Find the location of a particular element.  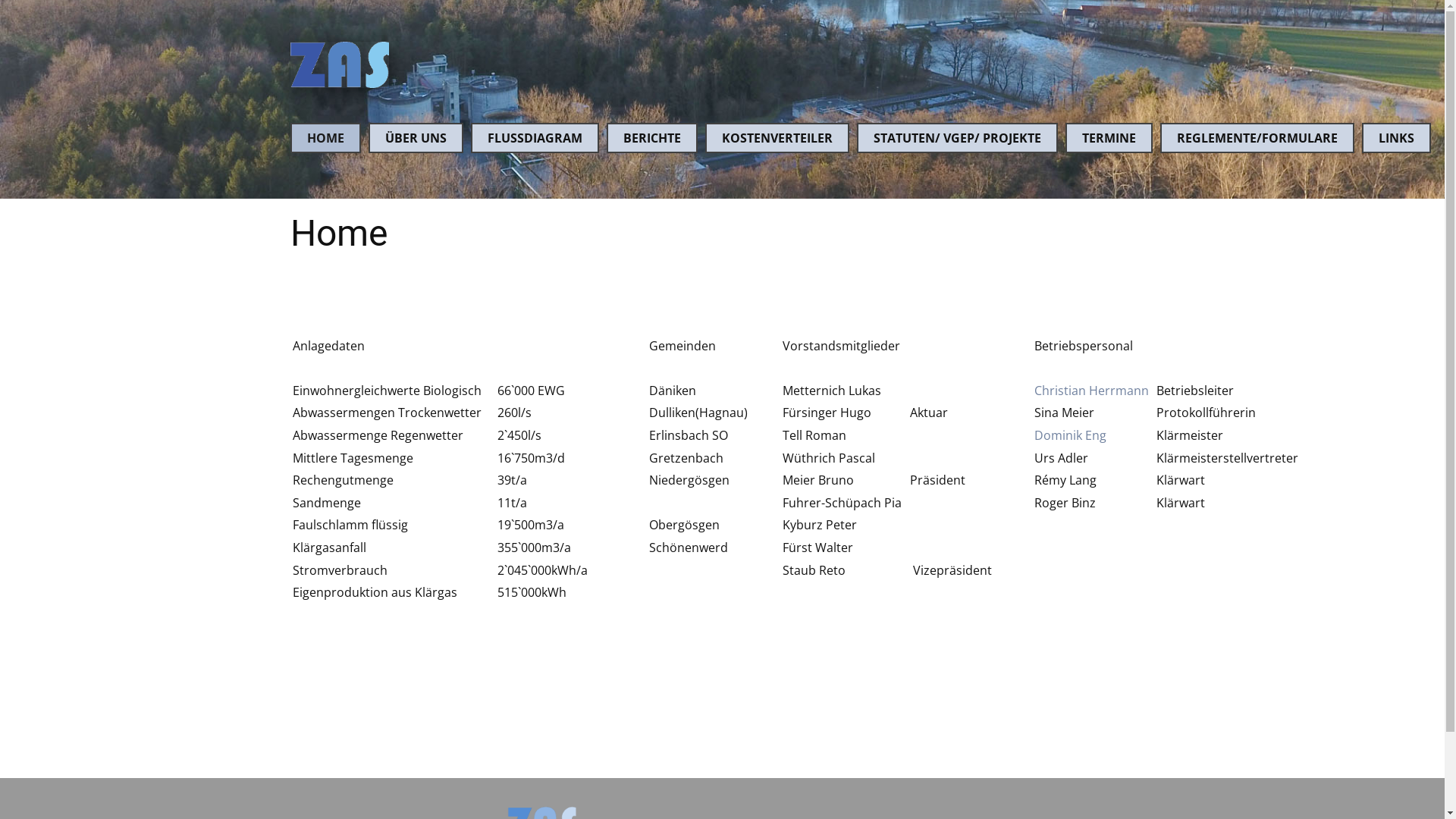

'KOSTENVERTEILER' is located at coordinates (777, 137).